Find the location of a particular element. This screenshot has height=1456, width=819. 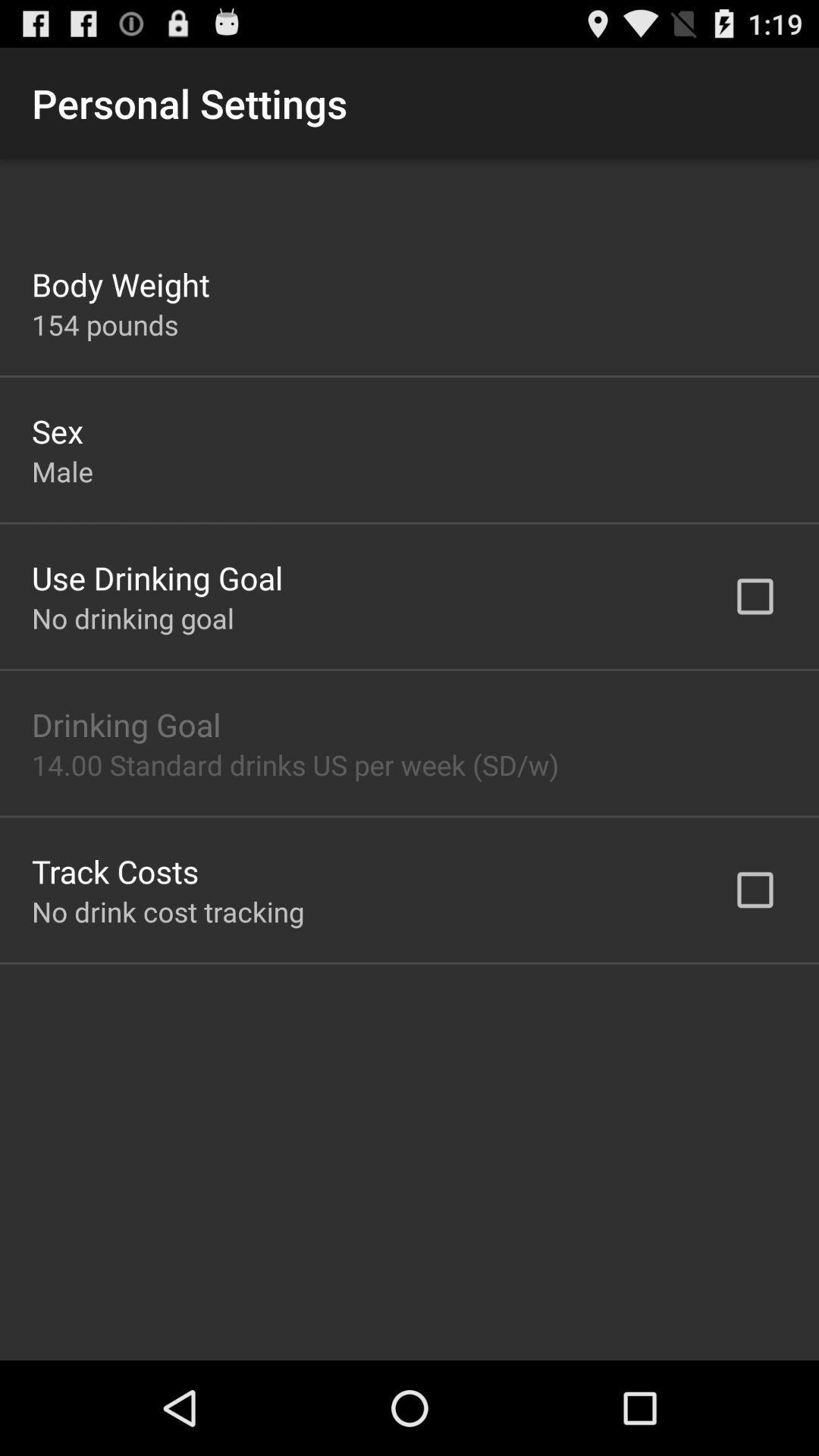

app above 154 pounds item is located at coordinates (120, 284).